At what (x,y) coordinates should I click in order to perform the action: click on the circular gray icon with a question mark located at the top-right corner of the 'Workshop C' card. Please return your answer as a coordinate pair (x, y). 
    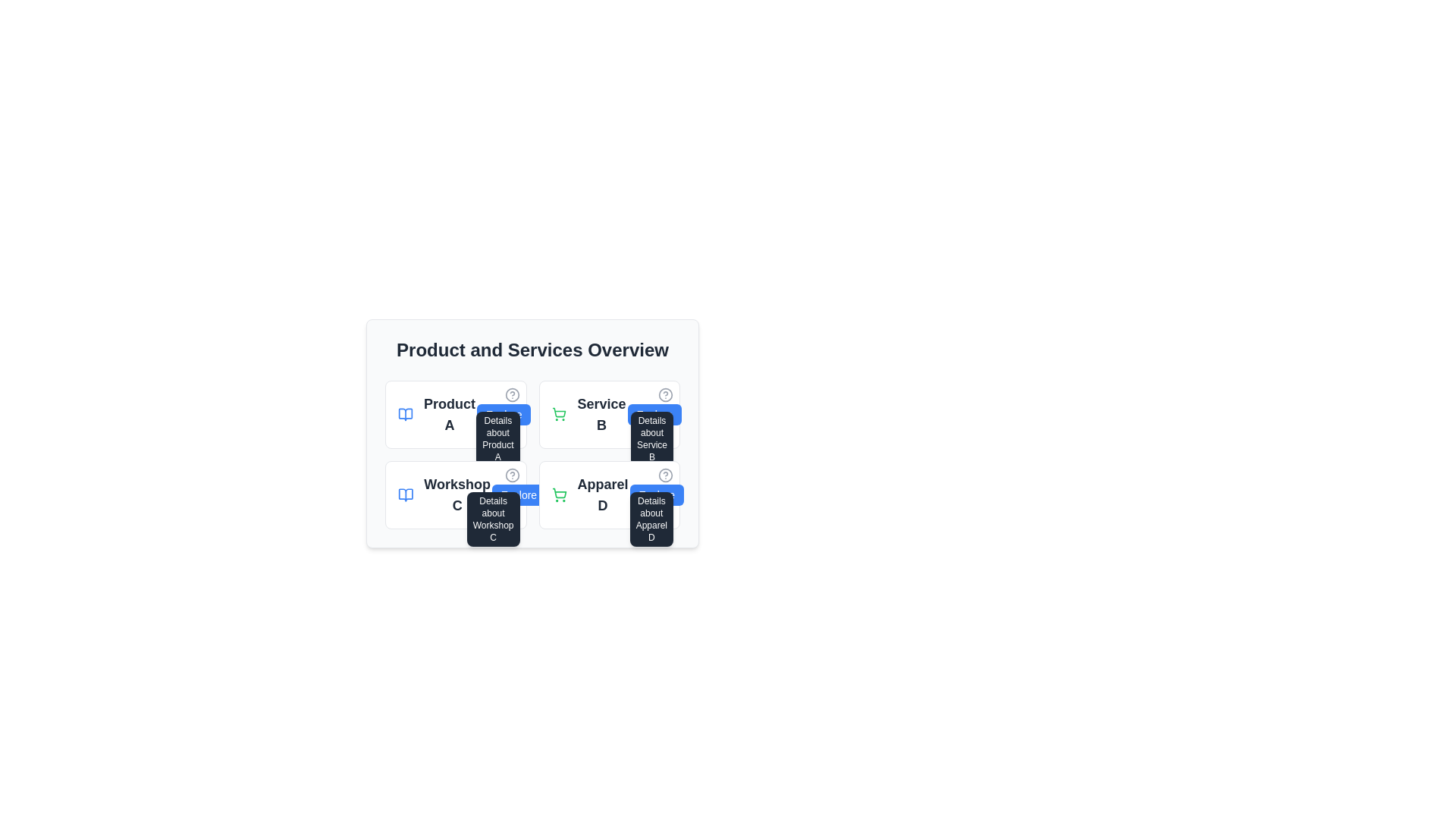
    Looking at the image, I should click on (512, 475).